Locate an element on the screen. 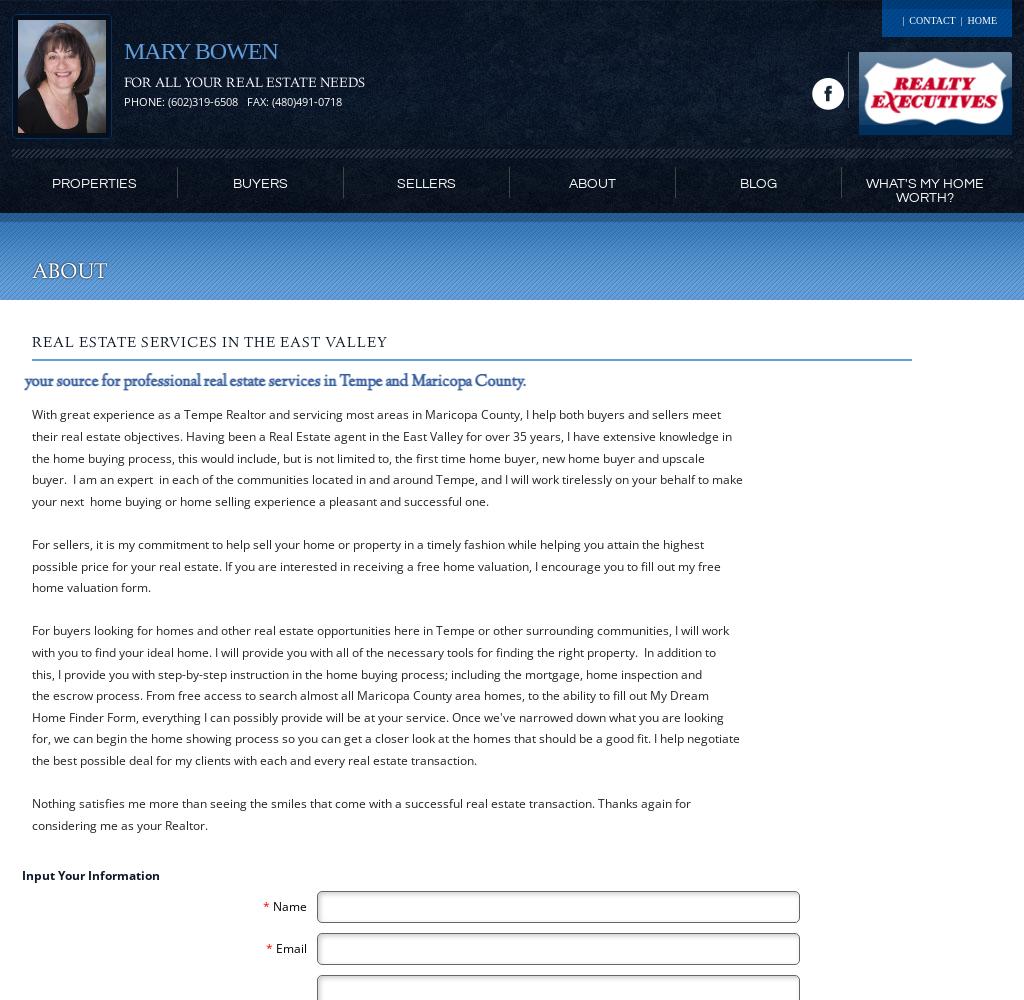 The height and width of the screenshot is (1000, 1024). 'Buyers' is located at coordinates (260, 184).